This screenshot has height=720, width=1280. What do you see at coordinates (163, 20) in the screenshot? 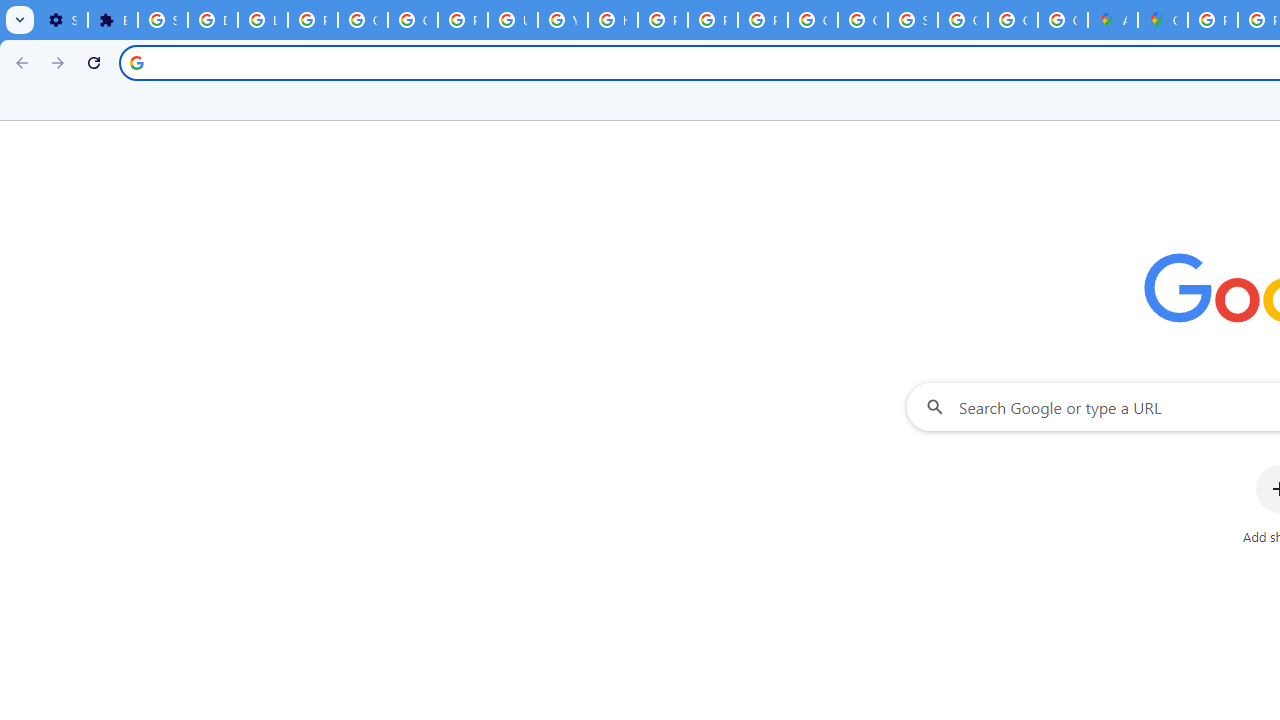
I see `'Sign in - Google Accounts'` at bounding box center [163, 20].